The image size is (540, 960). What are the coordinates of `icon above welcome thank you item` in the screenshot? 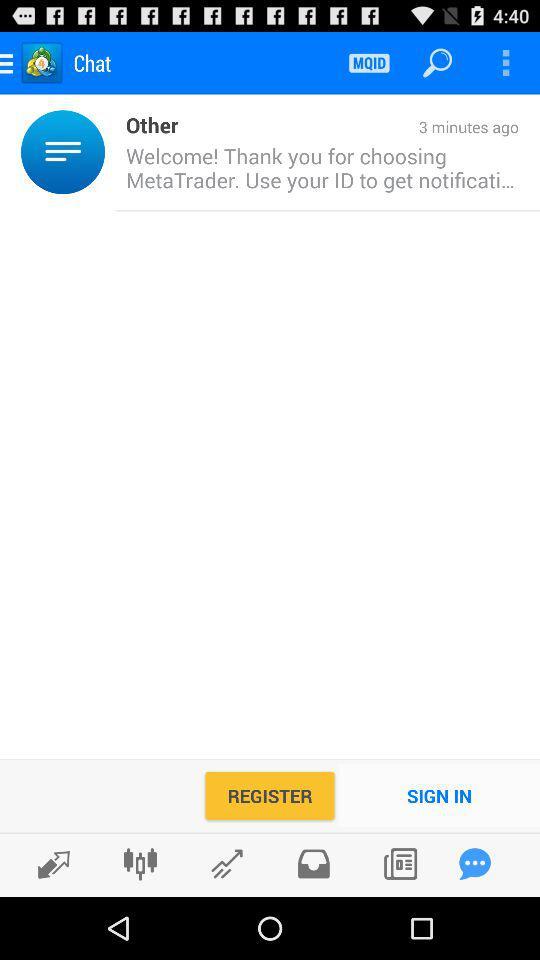 It's located at (347, 127).